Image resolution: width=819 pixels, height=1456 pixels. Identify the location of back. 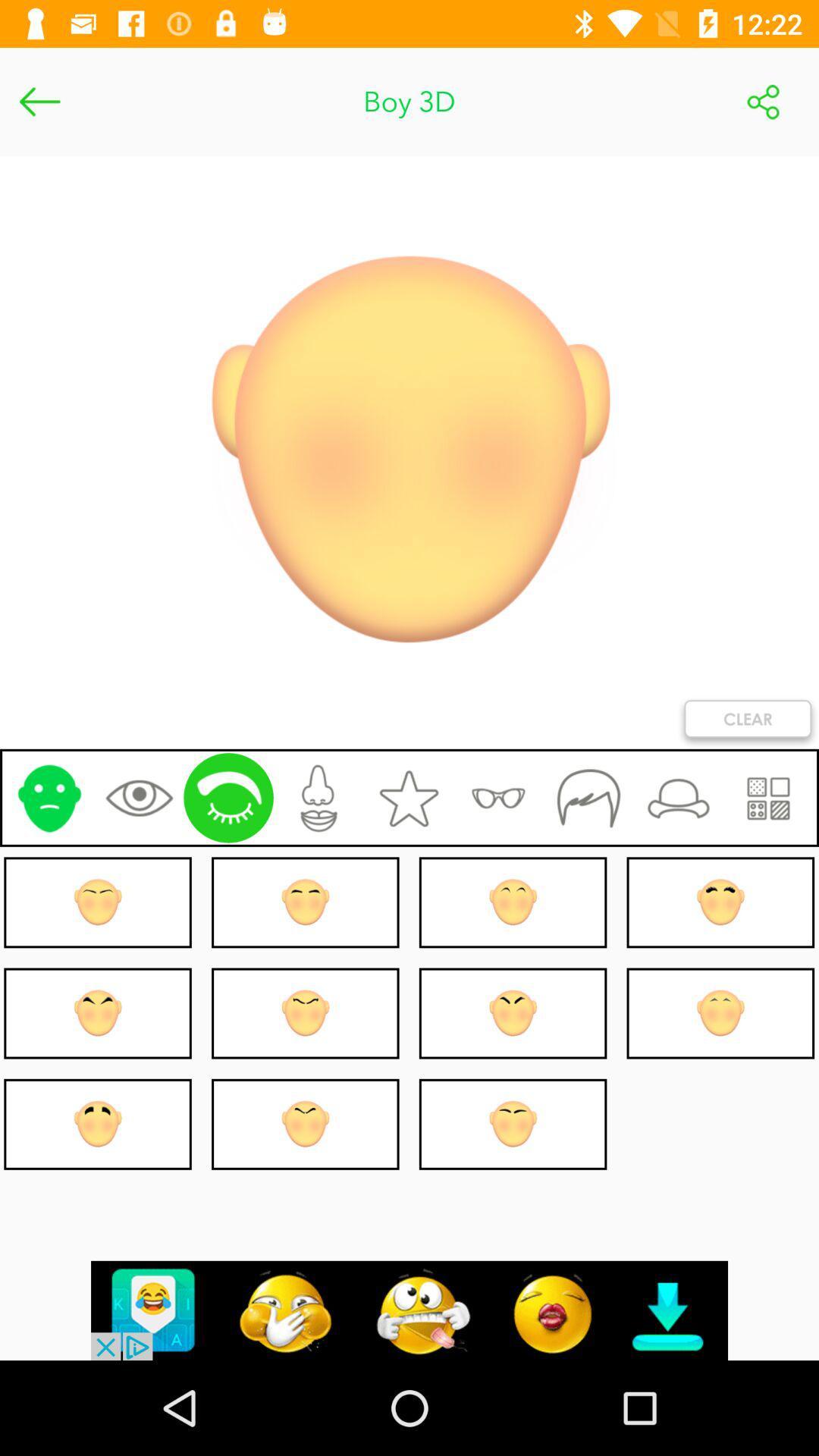
(39, 101).